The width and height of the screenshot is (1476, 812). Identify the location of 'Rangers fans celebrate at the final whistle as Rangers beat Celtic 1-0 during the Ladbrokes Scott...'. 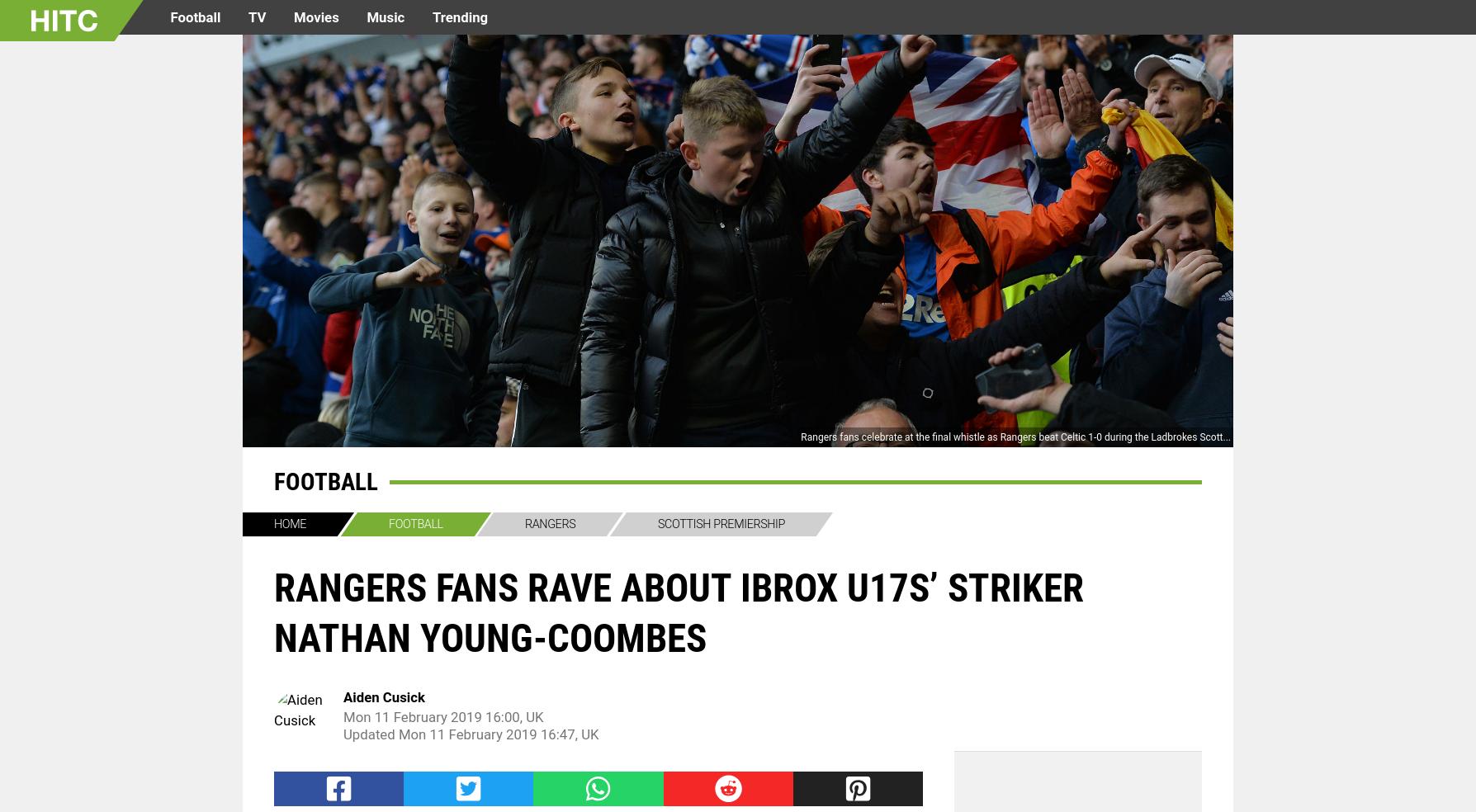
(1015, 436).